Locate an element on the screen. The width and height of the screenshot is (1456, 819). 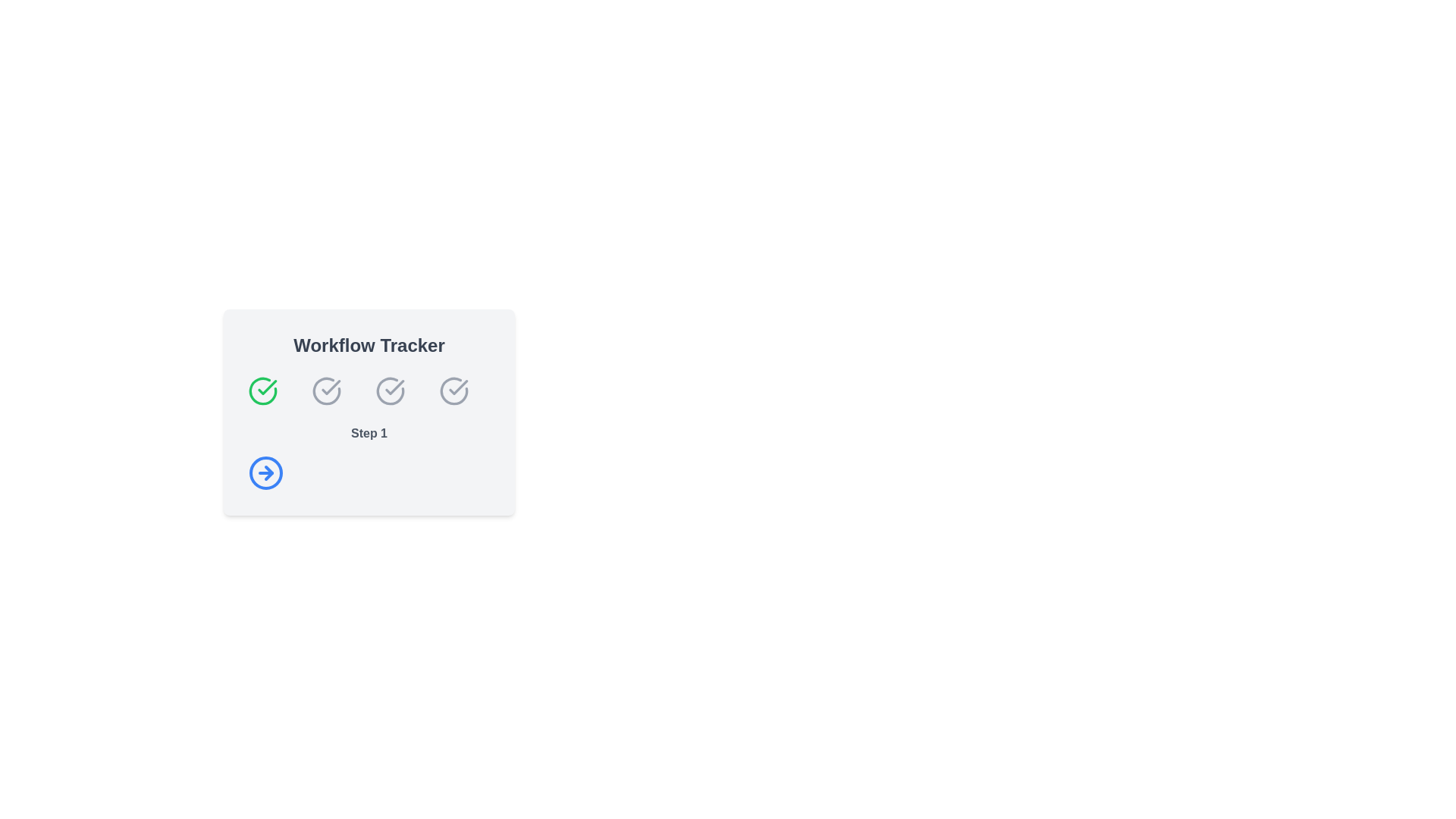
the circular icon with a gray checkmark located in the top-right corner of the workflow tracker component is located at coordinates (453, 391).